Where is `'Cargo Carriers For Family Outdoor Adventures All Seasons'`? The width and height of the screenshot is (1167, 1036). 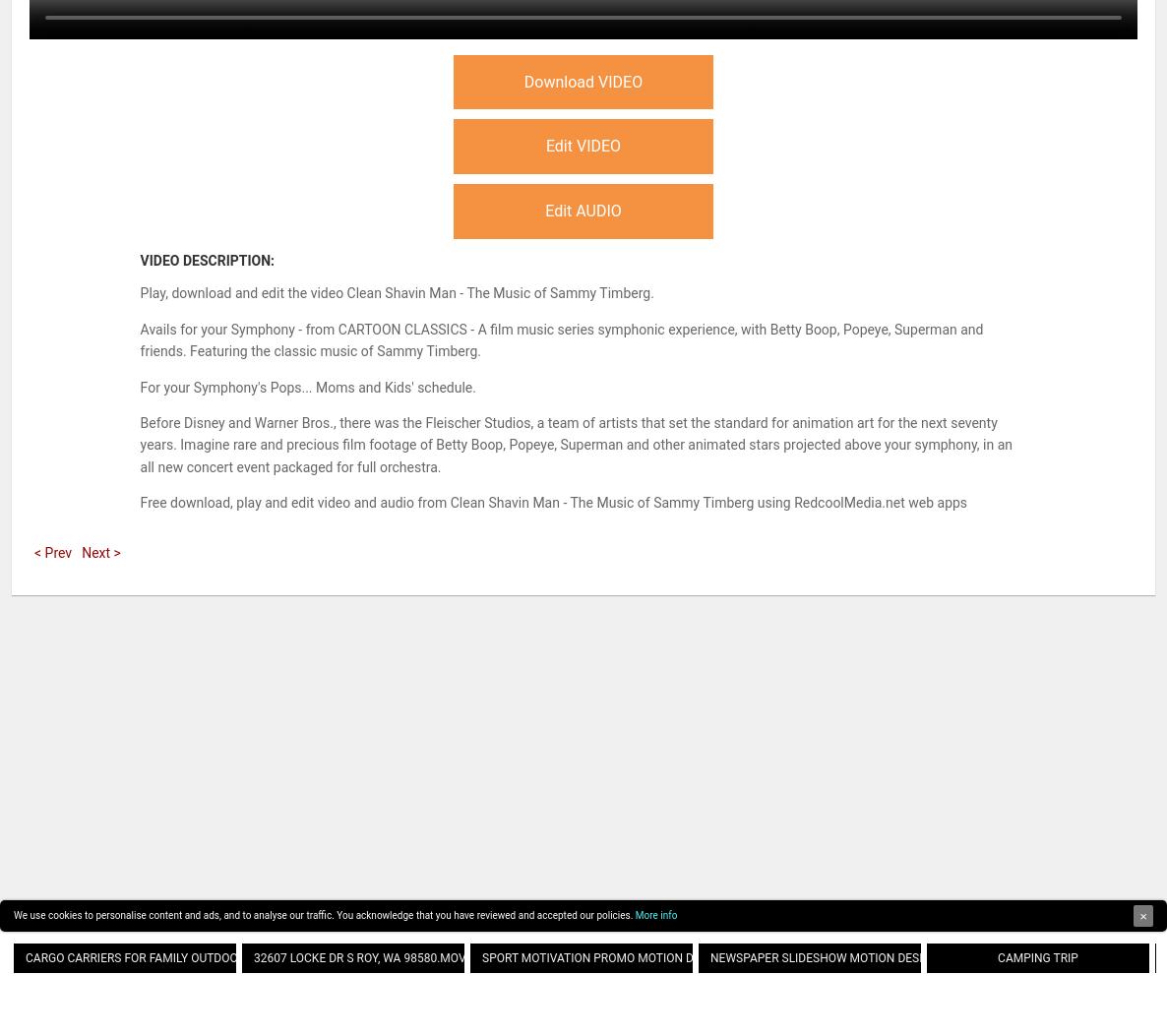 'Cargo Carriers For Family Outdoor Adventures All Seasons' is located at coordinates (212, 956).